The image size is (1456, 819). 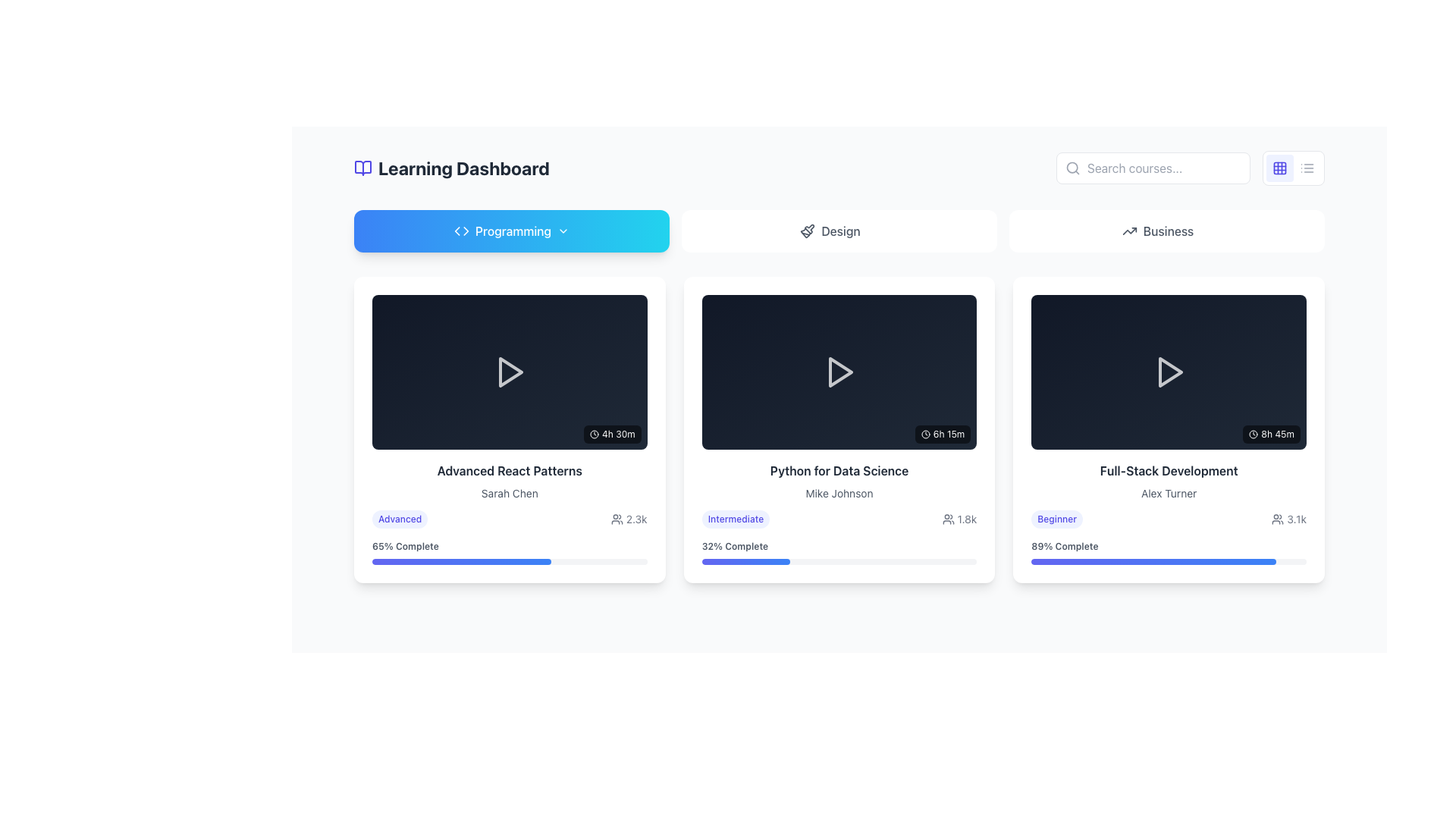 What do you see at coordinates (612, 434) in the screenshot?
I see `the text '4h 30m' with an embedded clock icon in the bottom right corner of the 'Advanced React Patterns' card` at bounding box center [612, 434].